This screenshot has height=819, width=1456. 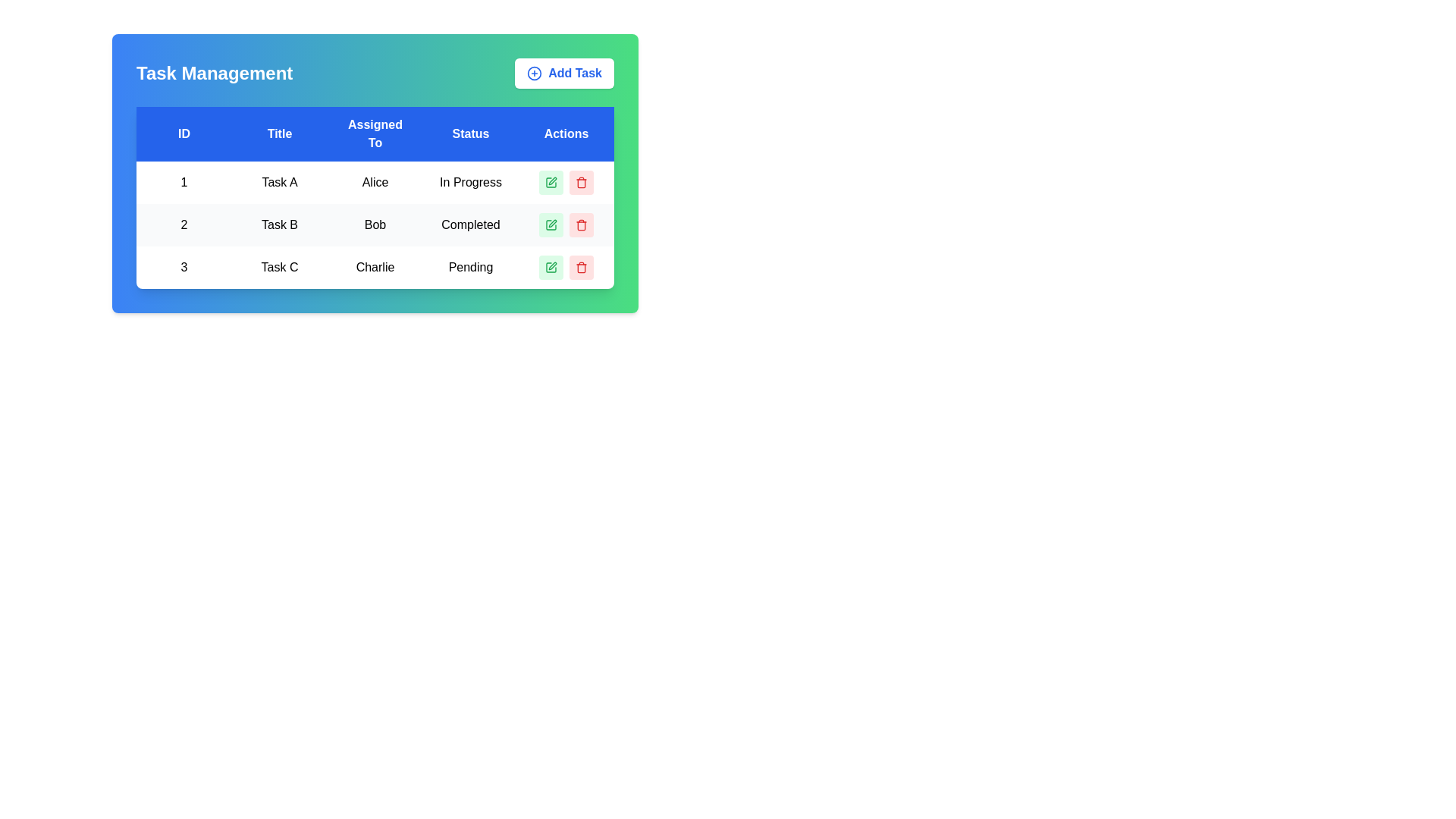 What do you see at coordinates (550, 225) in the screenshot?
I see `the edit icon button located in the 'Actions' column of the second row of the table` at bounding box center [550, 225].